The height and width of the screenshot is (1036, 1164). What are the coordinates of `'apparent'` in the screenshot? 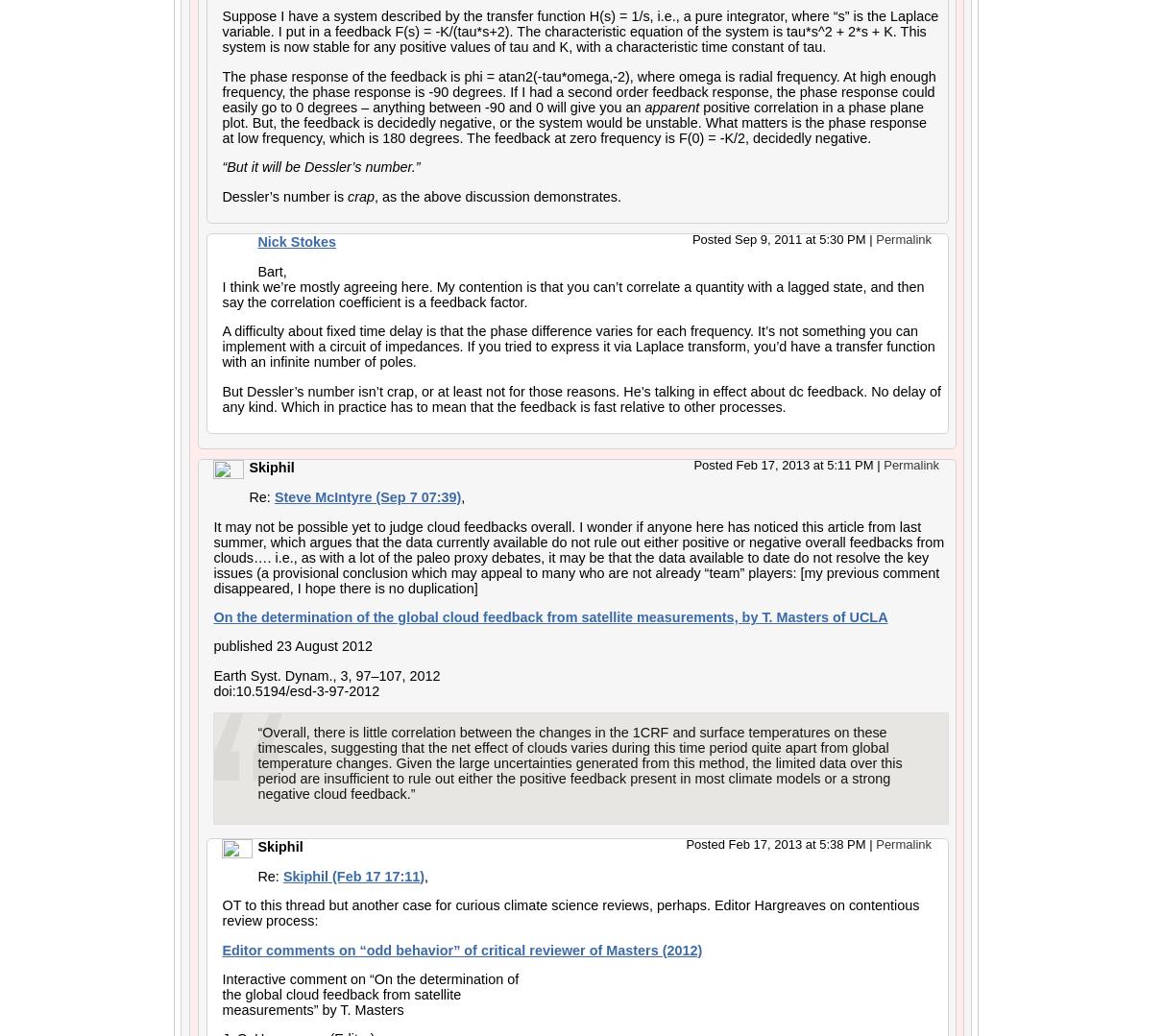 It's located at (671, 107).